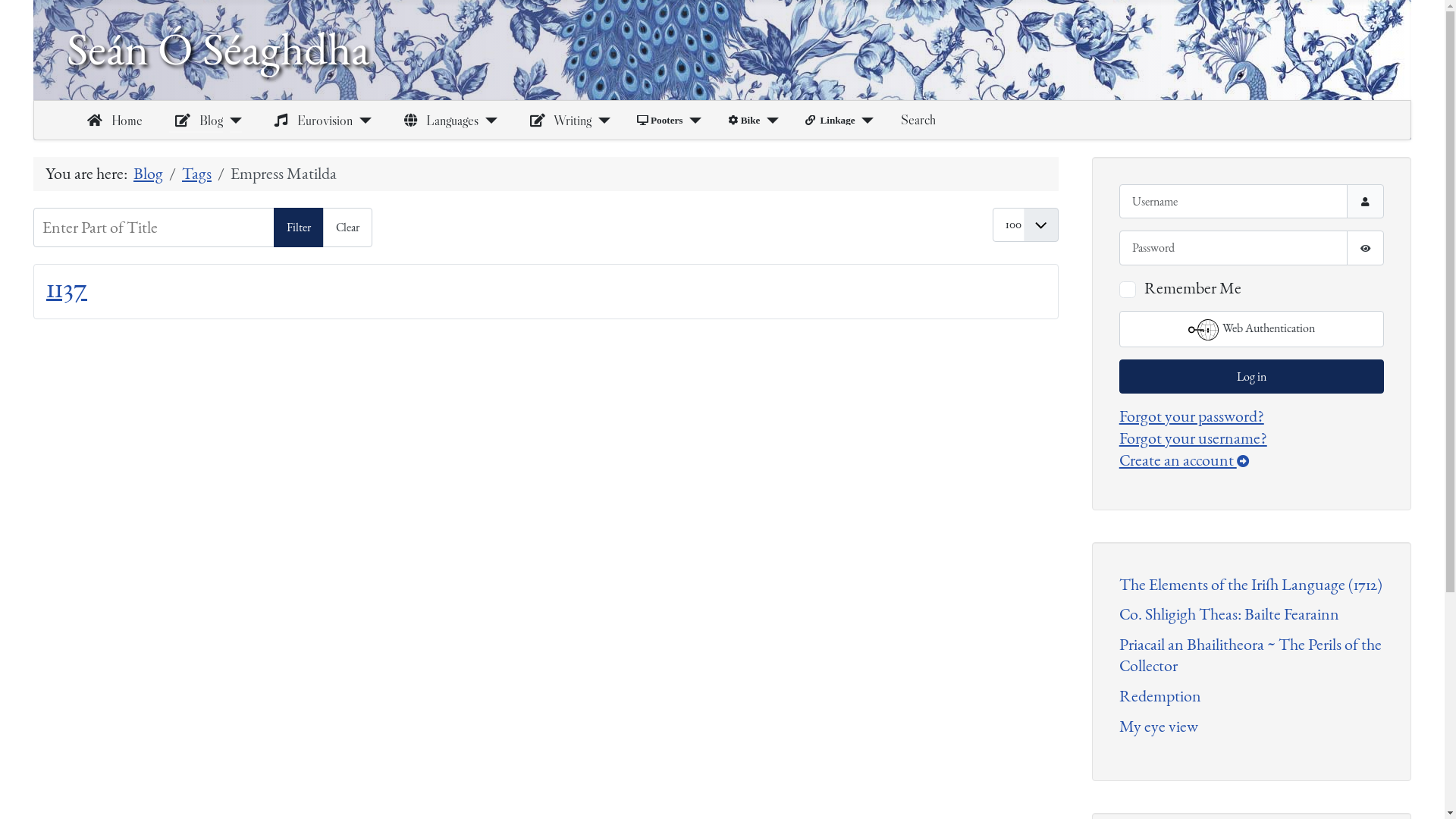  Describe the element at coordinates (557, 119) in the screenshot. I see `'Writing'` at that location.